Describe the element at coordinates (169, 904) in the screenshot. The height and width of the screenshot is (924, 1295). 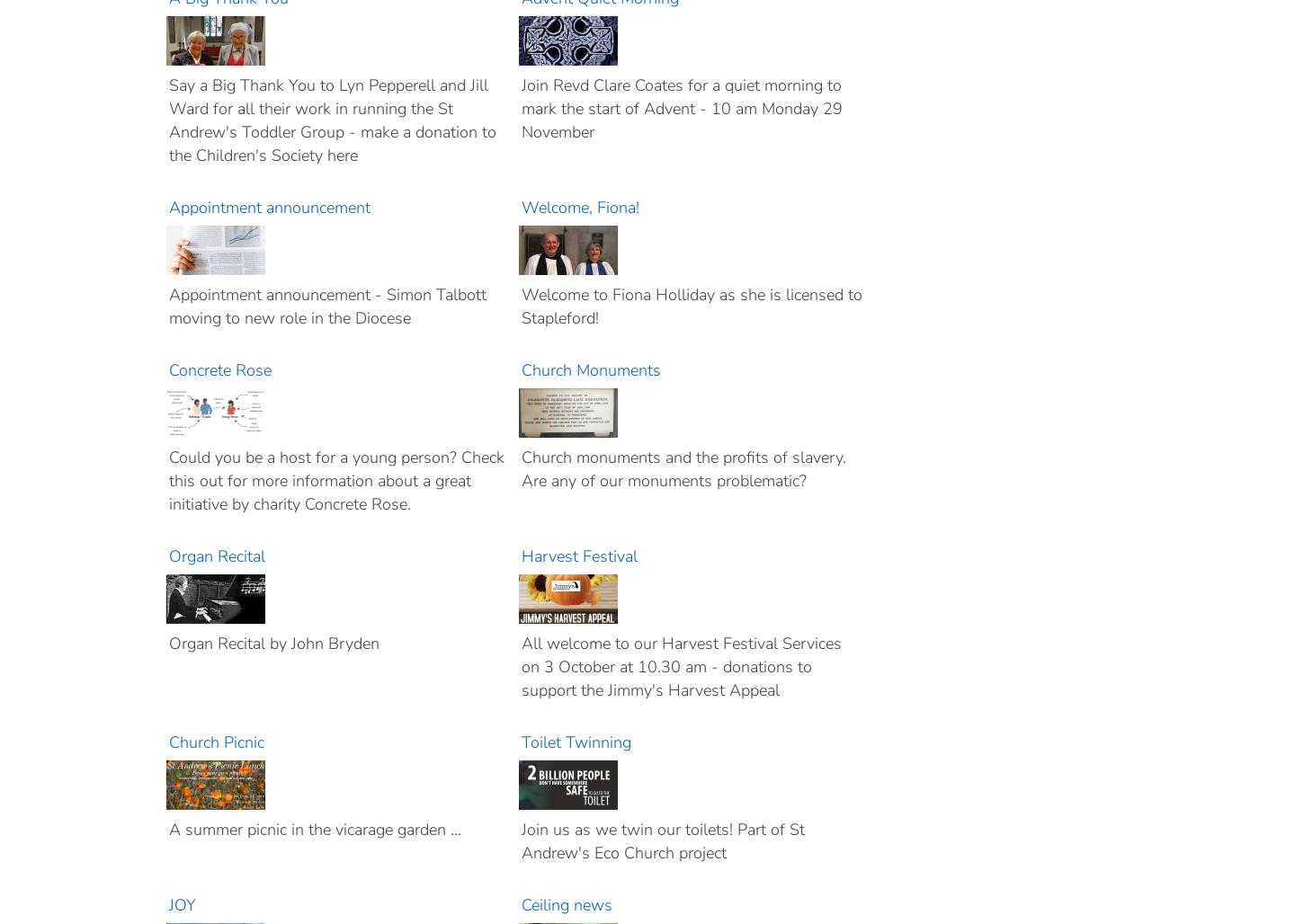
I see `'JOY'` at that location.